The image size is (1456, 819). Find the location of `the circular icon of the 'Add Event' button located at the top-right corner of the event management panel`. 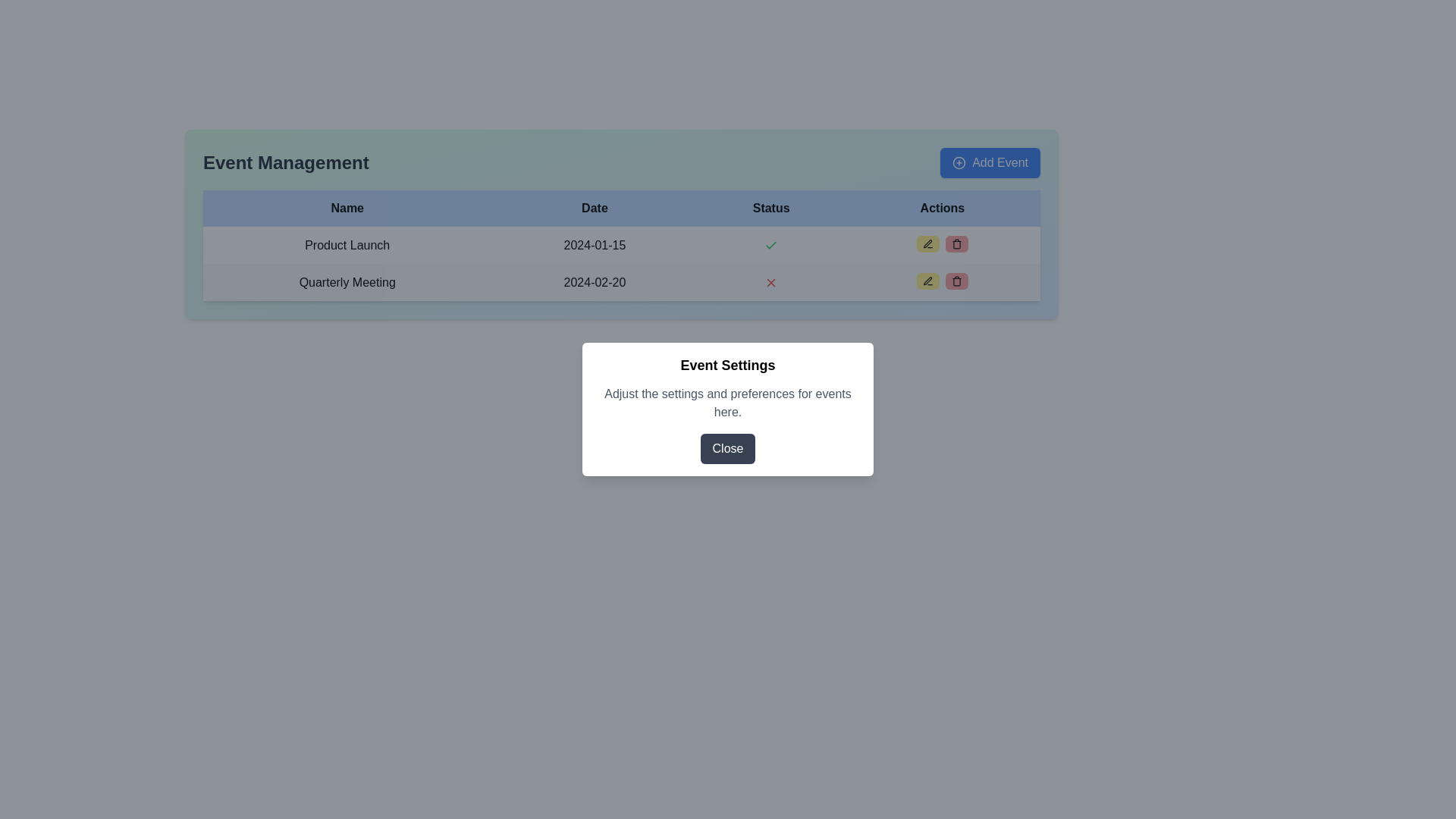

the circular icon of the 'Add Event' button located at the top-right corner of the event management panel is located at coordinates (959, 163).